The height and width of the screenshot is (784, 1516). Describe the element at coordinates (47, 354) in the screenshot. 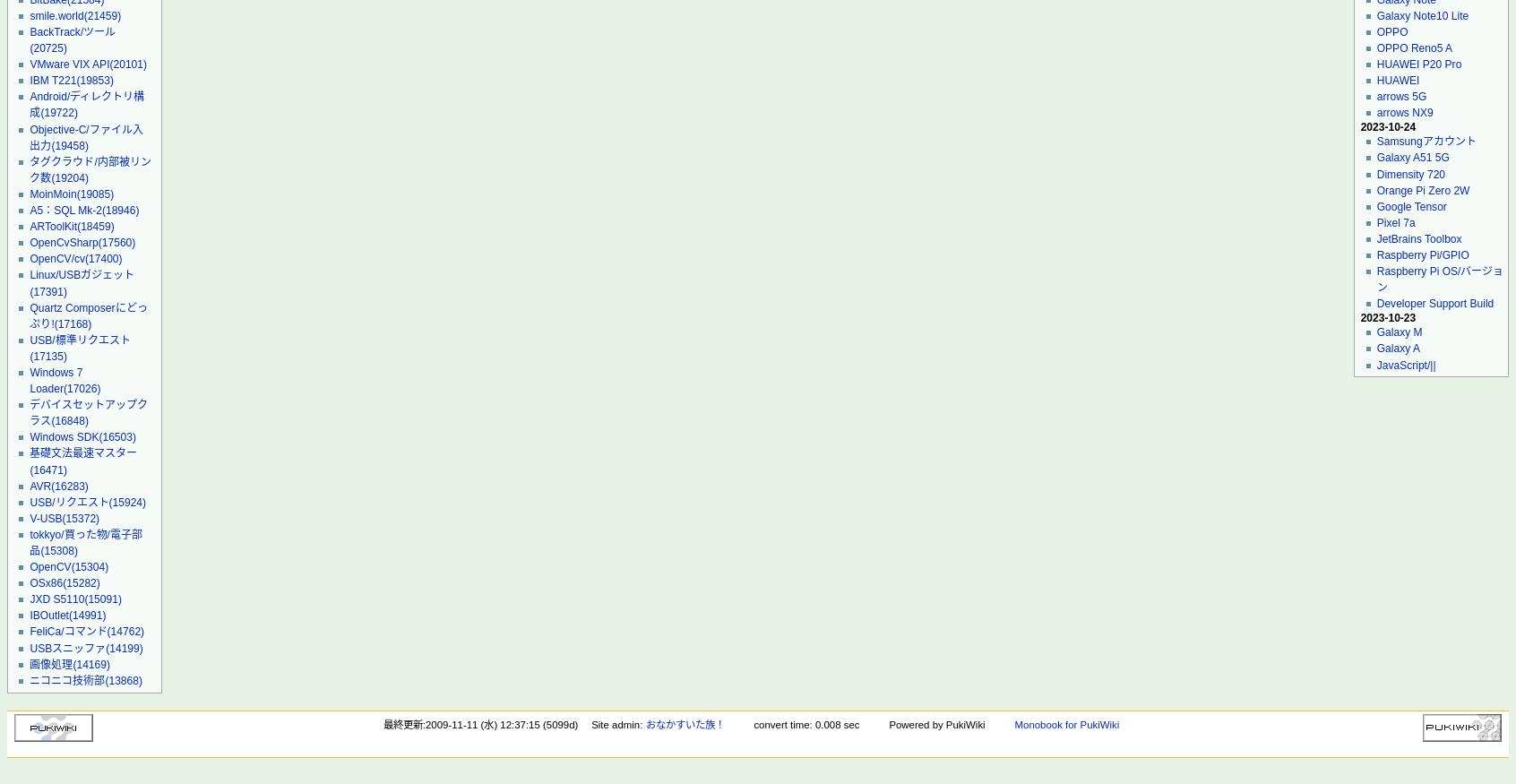

I see `'(17135)'` at that location.